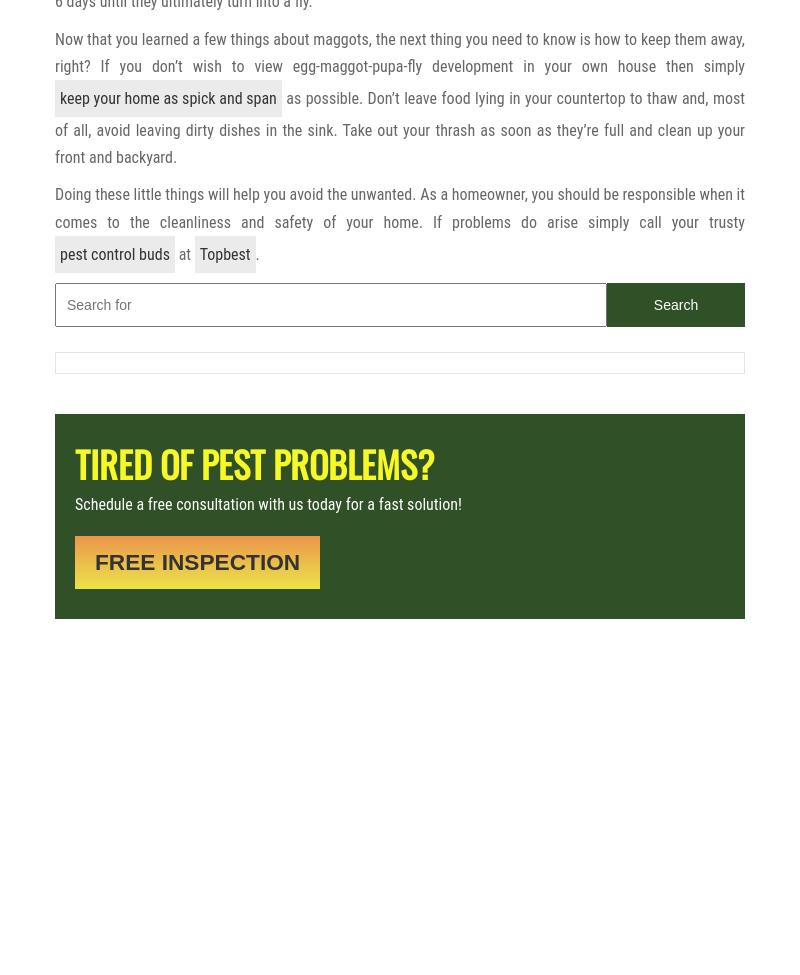  Describe the element at coordinates (224, 253) in the screenshot. I see `'Topbest'` at that location.